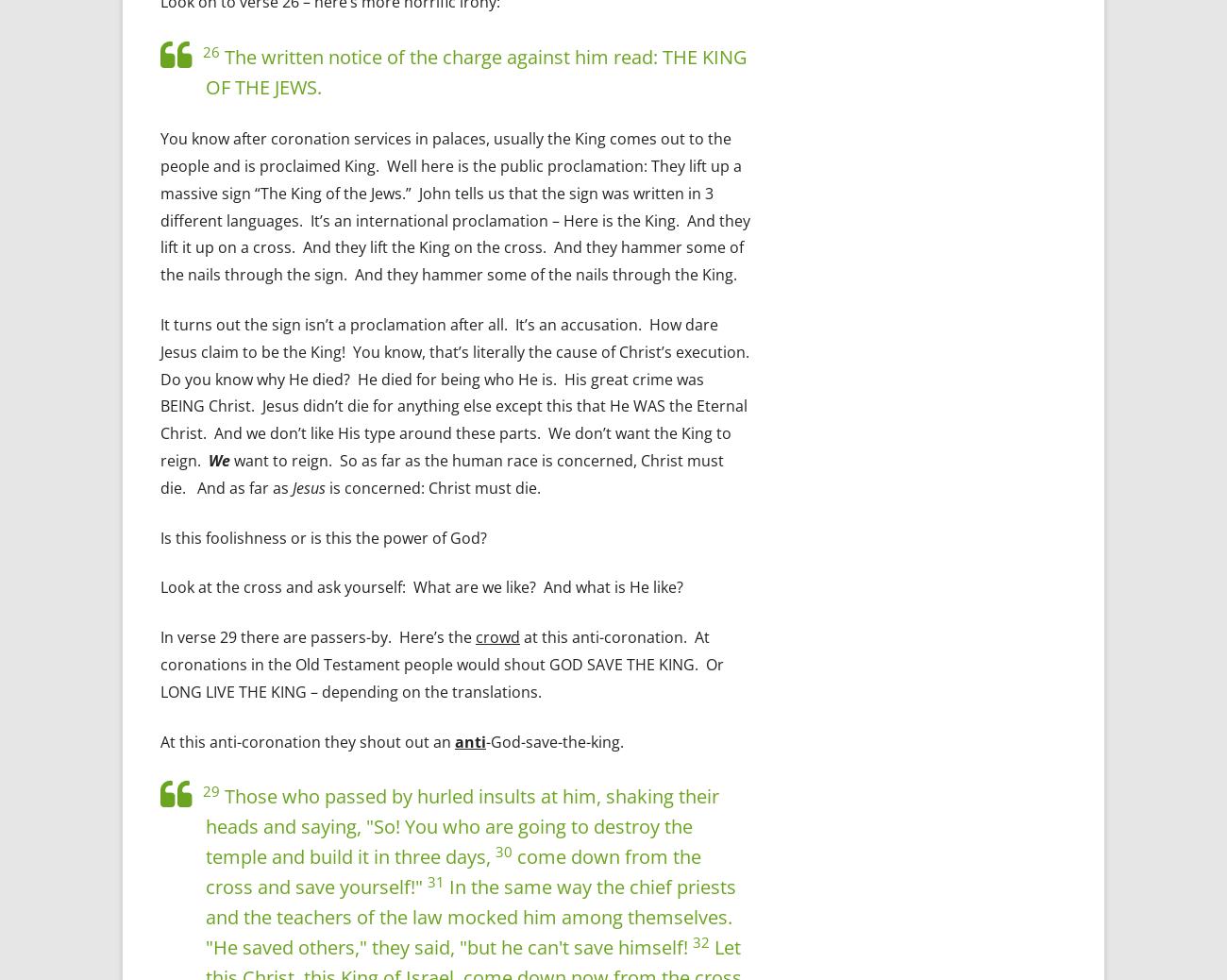  I want to click on '31', so click(427, 880).